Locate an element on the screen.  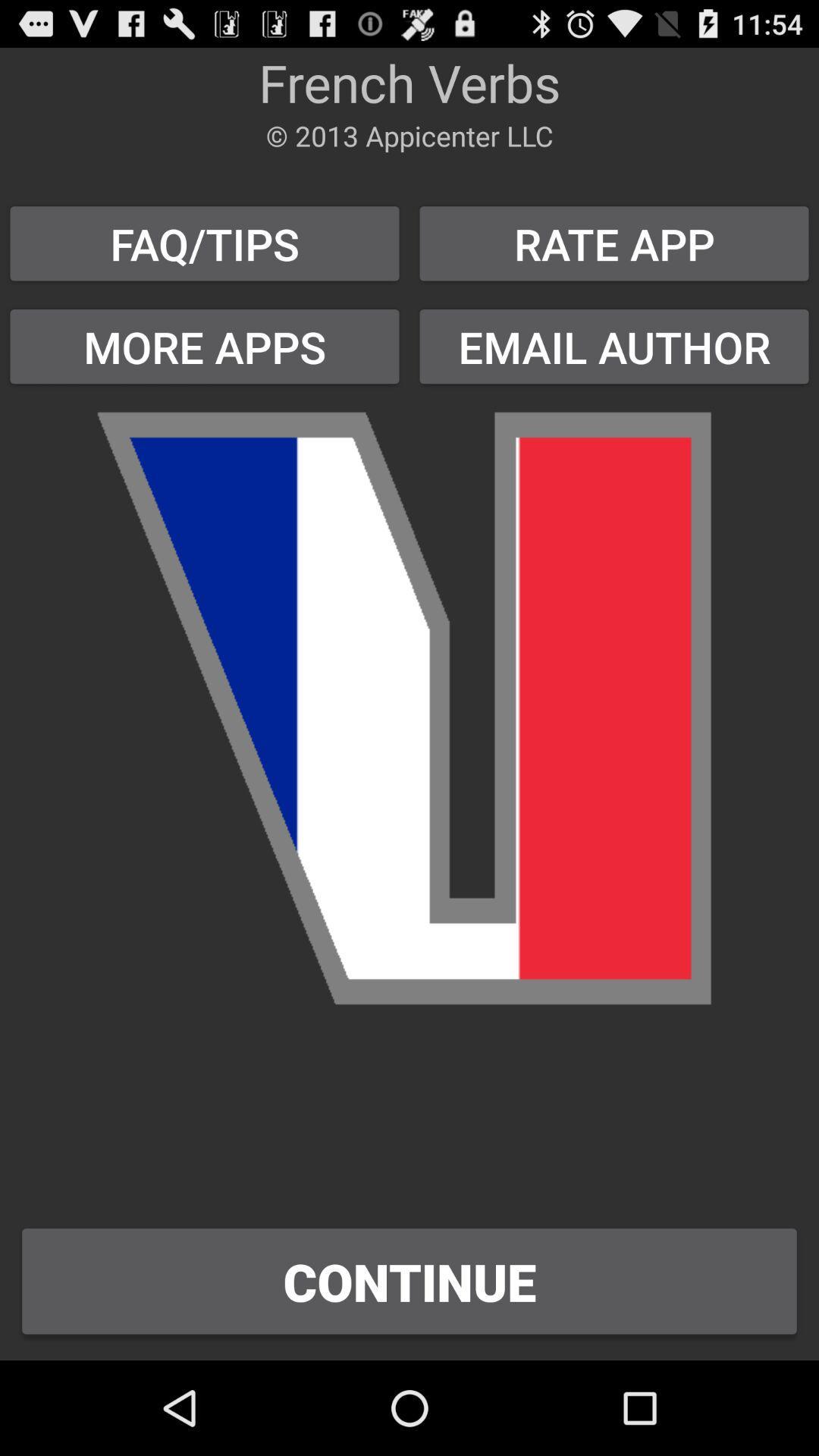
the rate app button is located at coordinates (614, 243).